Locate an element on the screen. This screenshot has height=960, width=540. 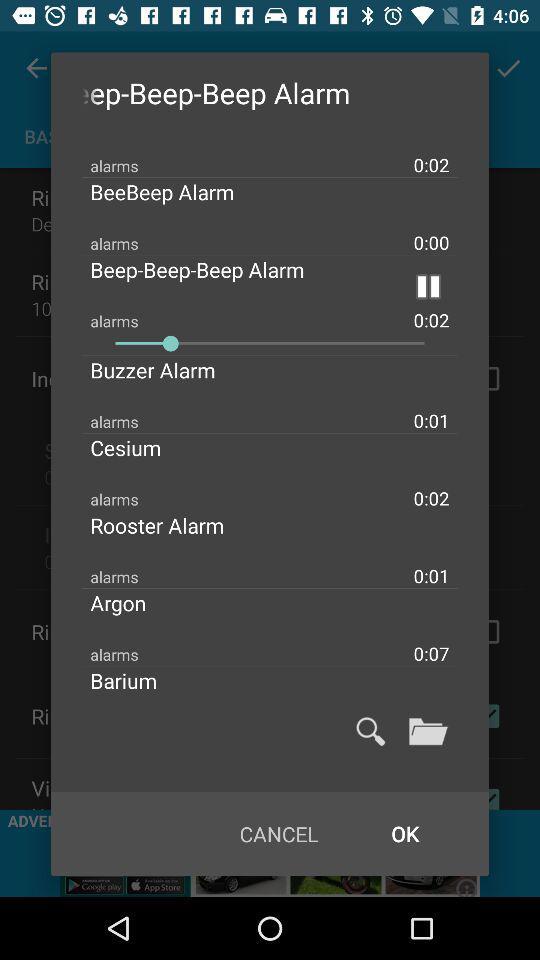
item to the right of the cancel icon is located at coordinates (405, 834).